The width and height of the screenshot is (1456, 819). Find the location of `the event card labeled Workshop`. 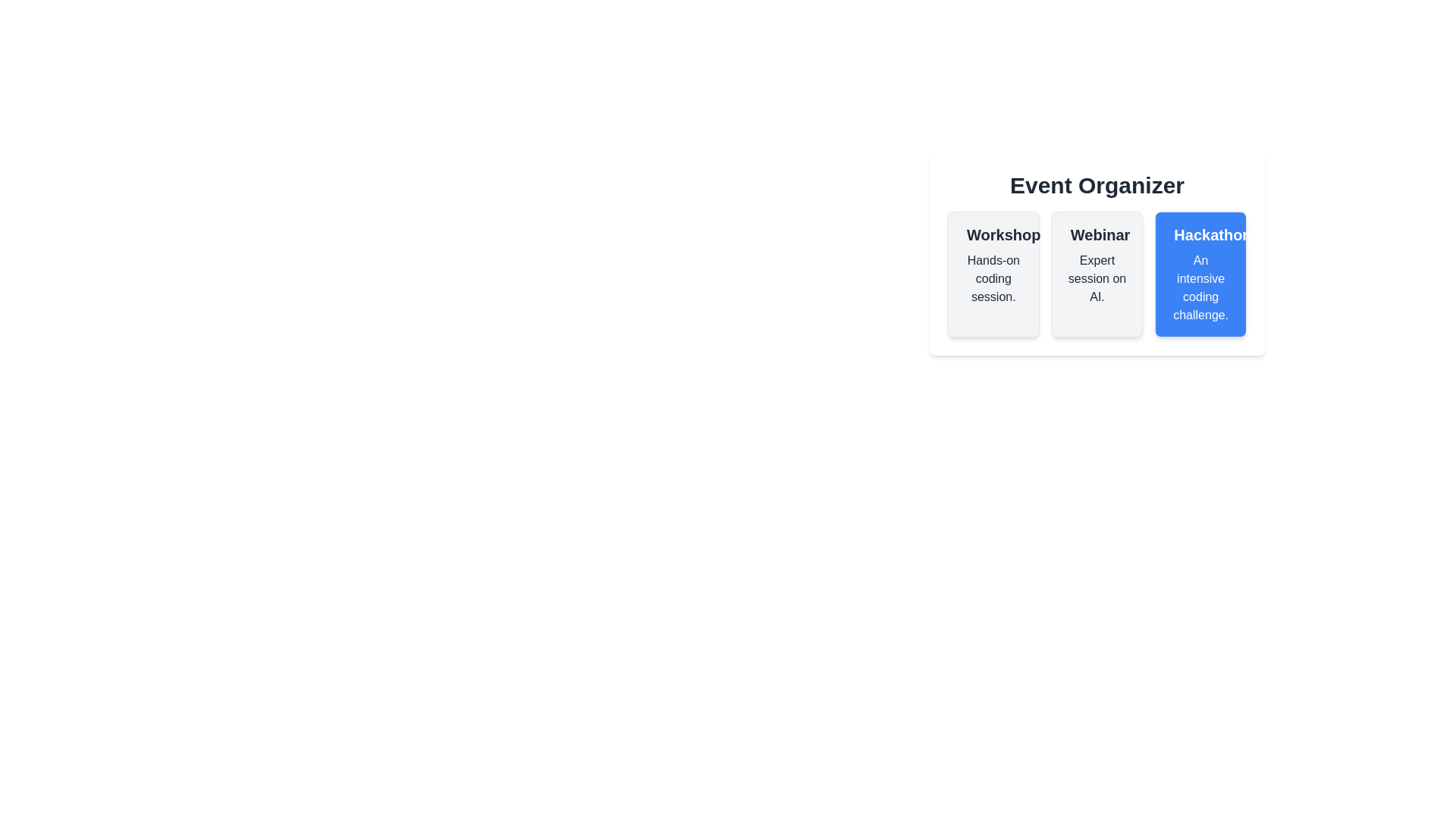

the event card labeled Workshop is located at coordinates (993, 275).